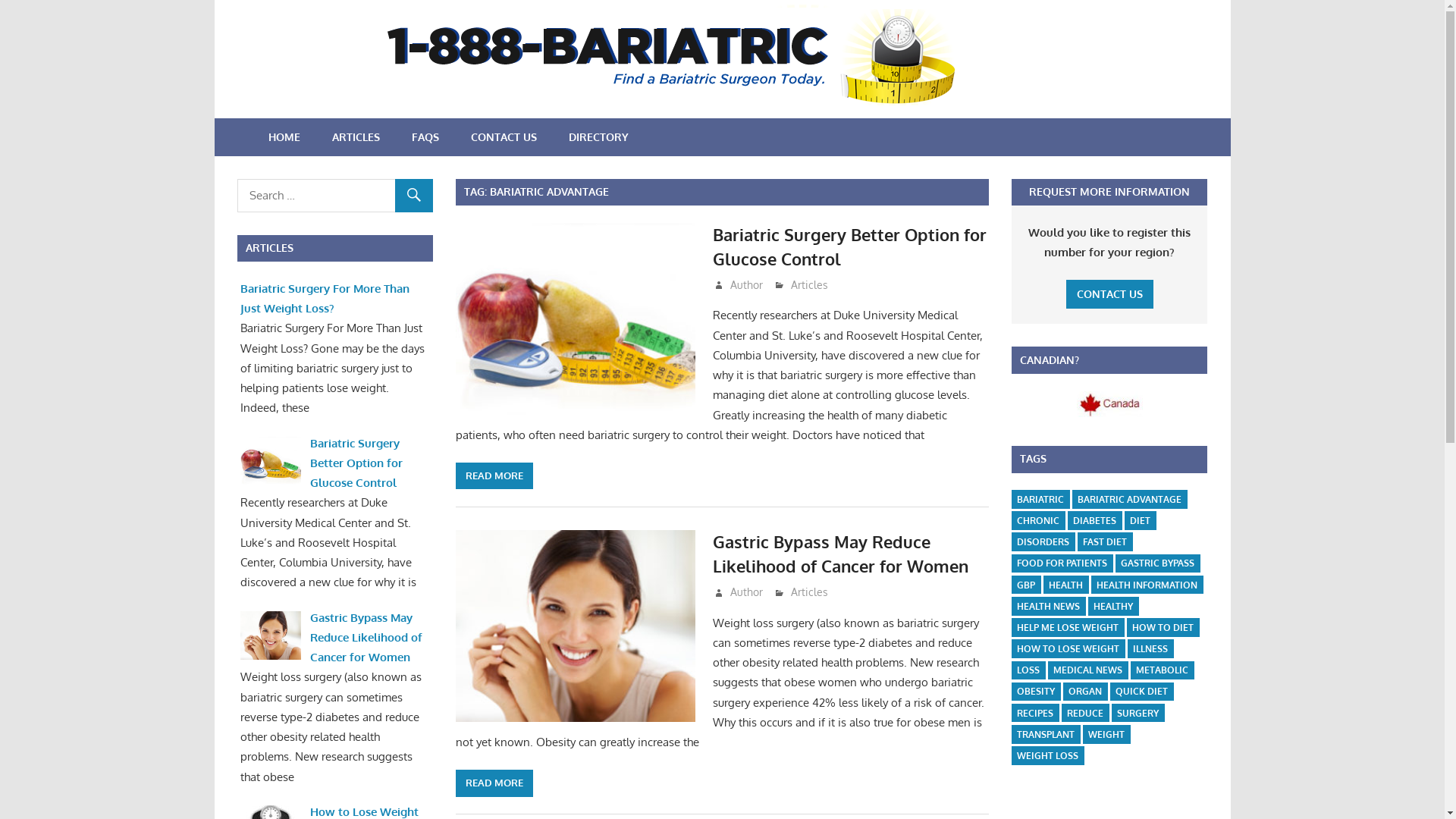 The image size is (1456, 819). Describe the element at coordinates (354, 137) in the screenshot. I see `'ARTICLES'` at that location.